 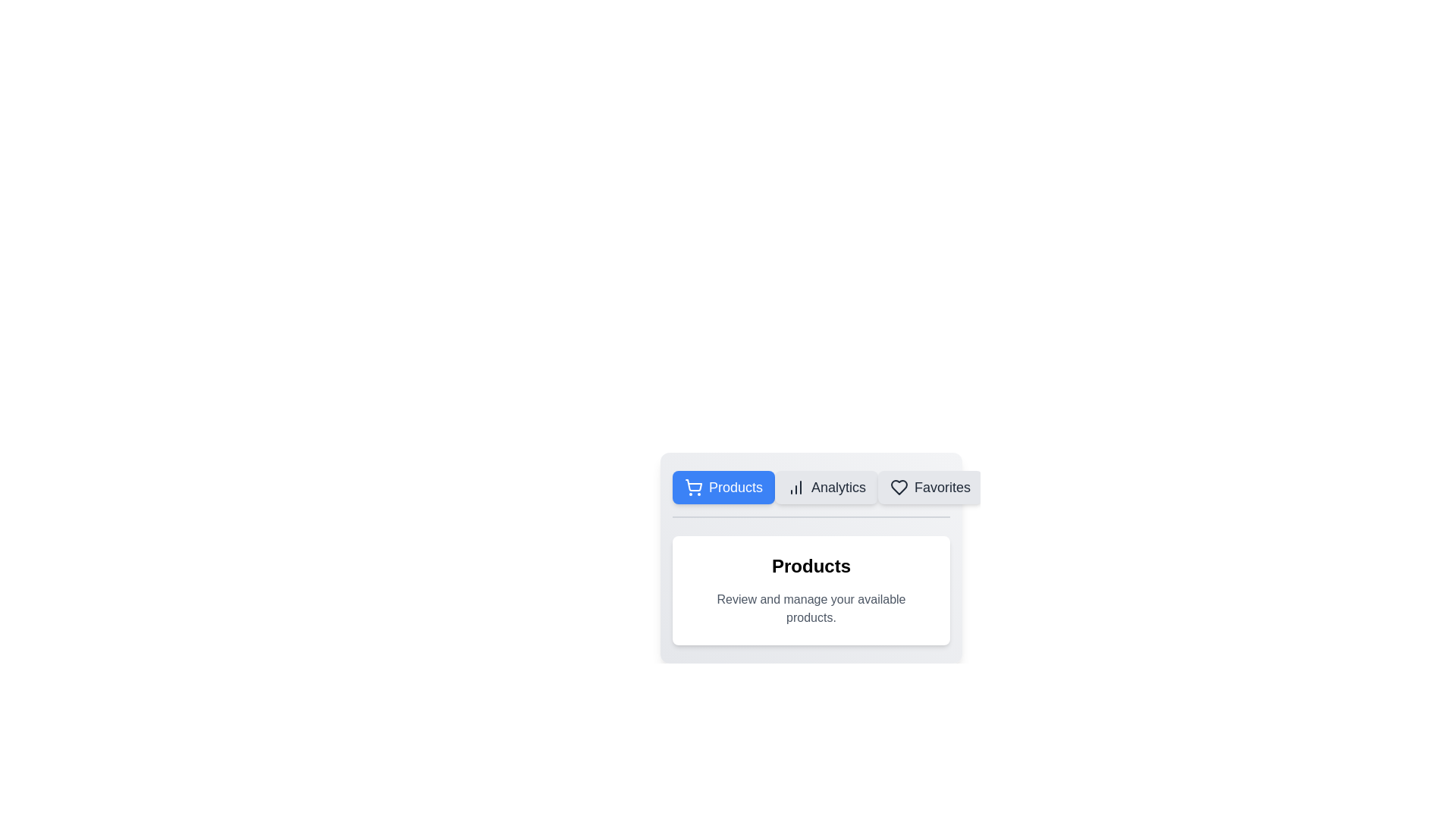 I want to click on the 'Products' button surrounding the shopping cart icon, which is styled with a line art design and represents the main body of the cart, so click(x=693, y=485).